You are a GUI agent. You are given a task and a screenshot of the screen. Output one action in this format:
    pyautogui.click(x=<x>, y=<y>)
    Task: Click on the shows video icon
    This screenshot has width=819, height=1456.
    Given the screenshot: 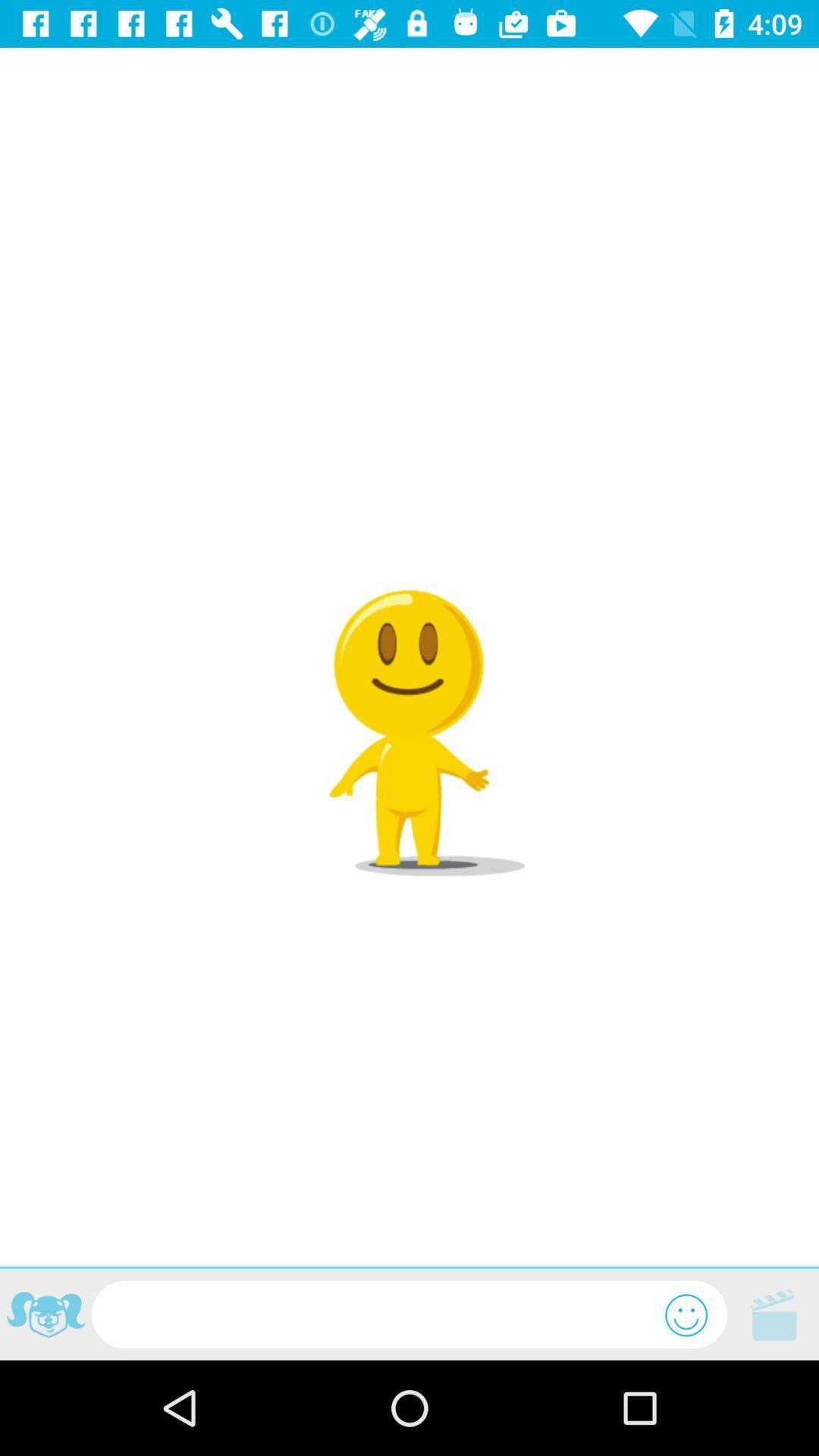 What is the action you would take?
    pyautogui.click(x=773, y=1313)
    